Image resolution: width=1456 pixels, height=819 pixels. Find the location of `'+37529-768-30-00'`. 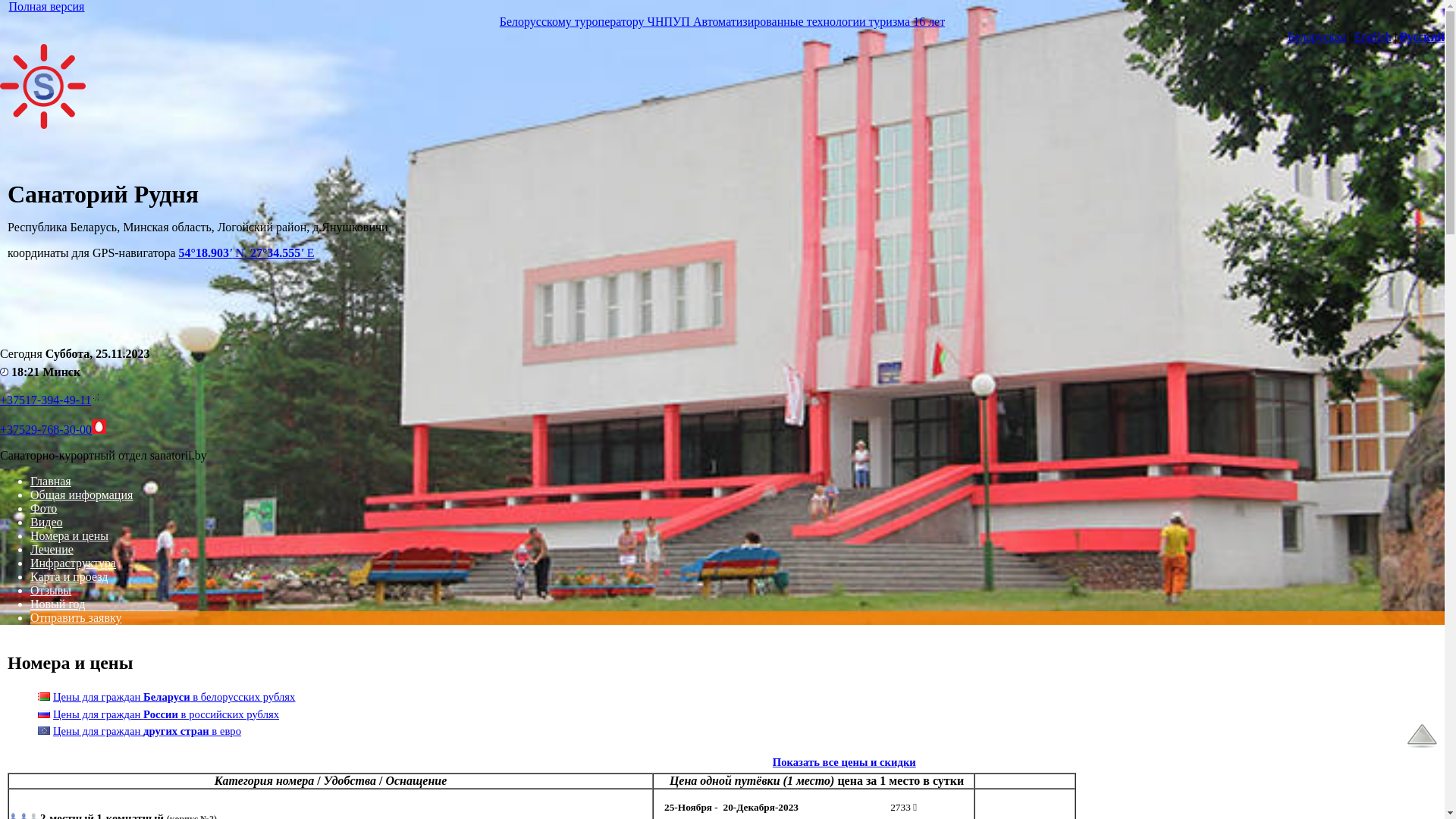

'+37529-768-30-00' is located at coordinates (45, 429).